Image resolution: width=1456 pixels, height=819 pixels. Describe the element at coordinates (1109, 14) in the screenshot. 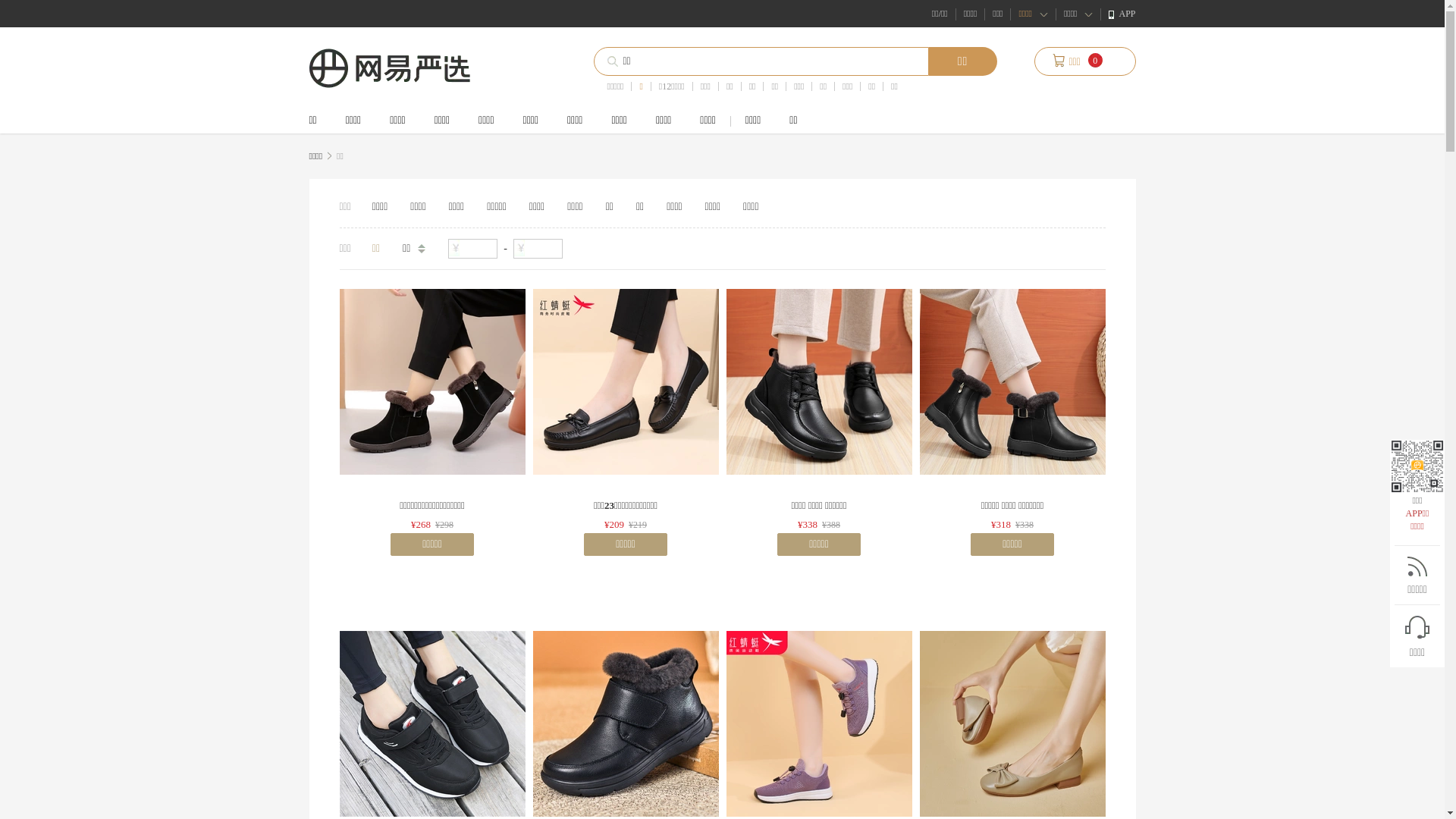

I see `'APP'` at that location.